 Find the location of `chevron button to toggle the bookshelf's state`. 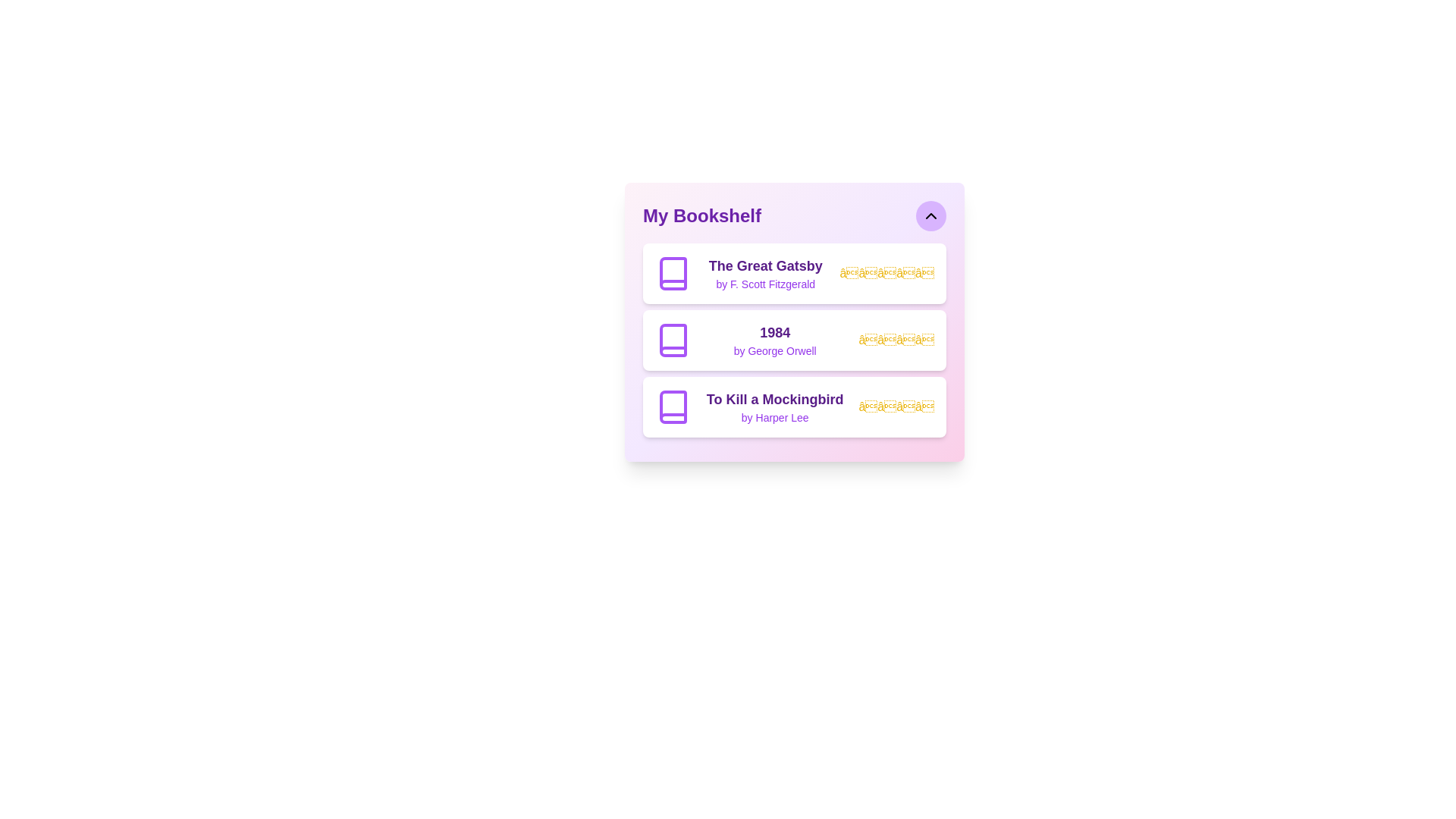

chevron button to toggle the bookshelf's state is located at coordinates (930, 216).